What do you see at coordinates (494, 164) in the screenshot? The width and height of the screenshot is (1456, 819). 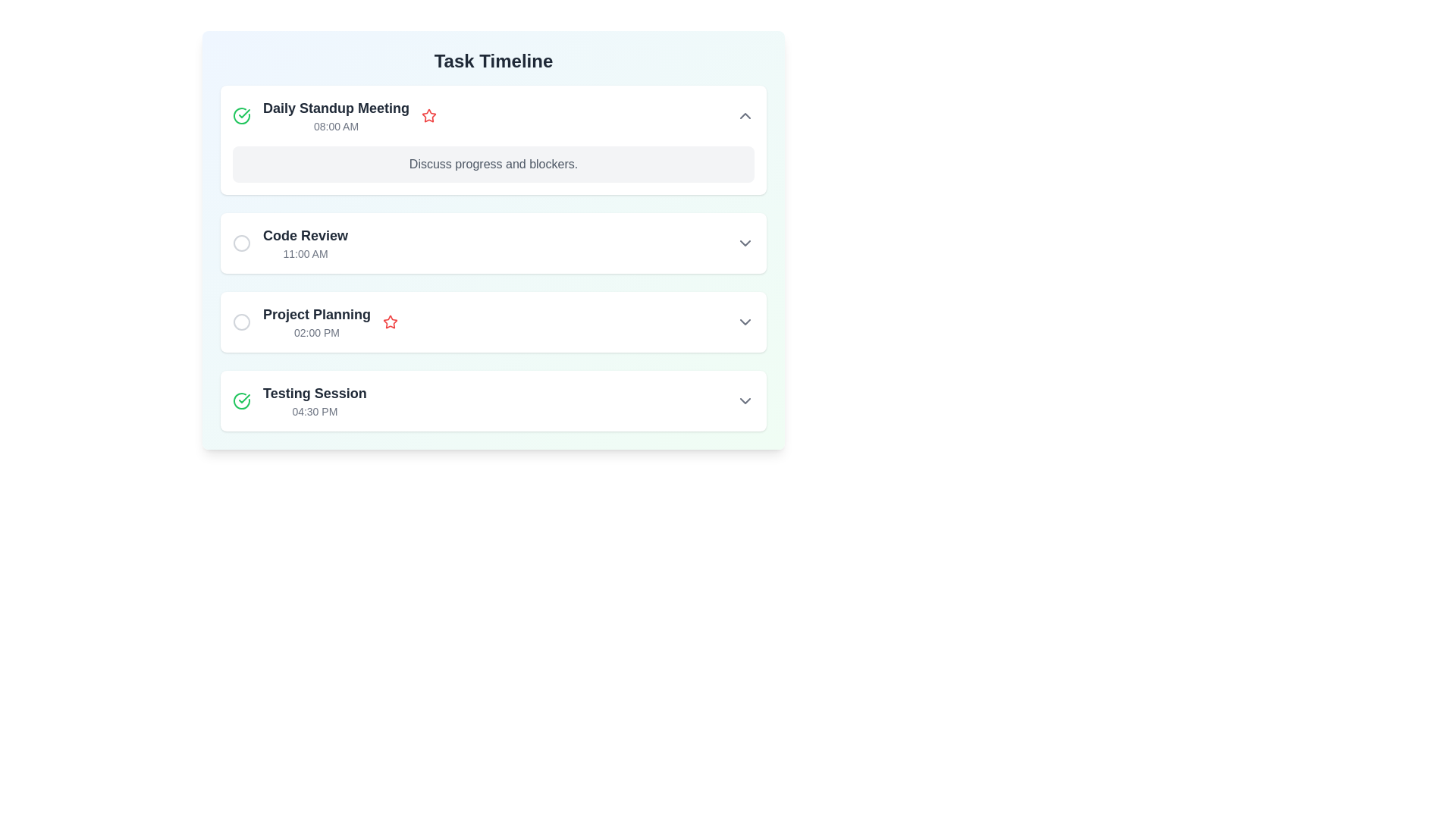 I see `text within the gray rounded box labeled 'Discuss progress and blockers.' located in the 'Daily Standup Meeting' section` at bounding box center [494, 164].